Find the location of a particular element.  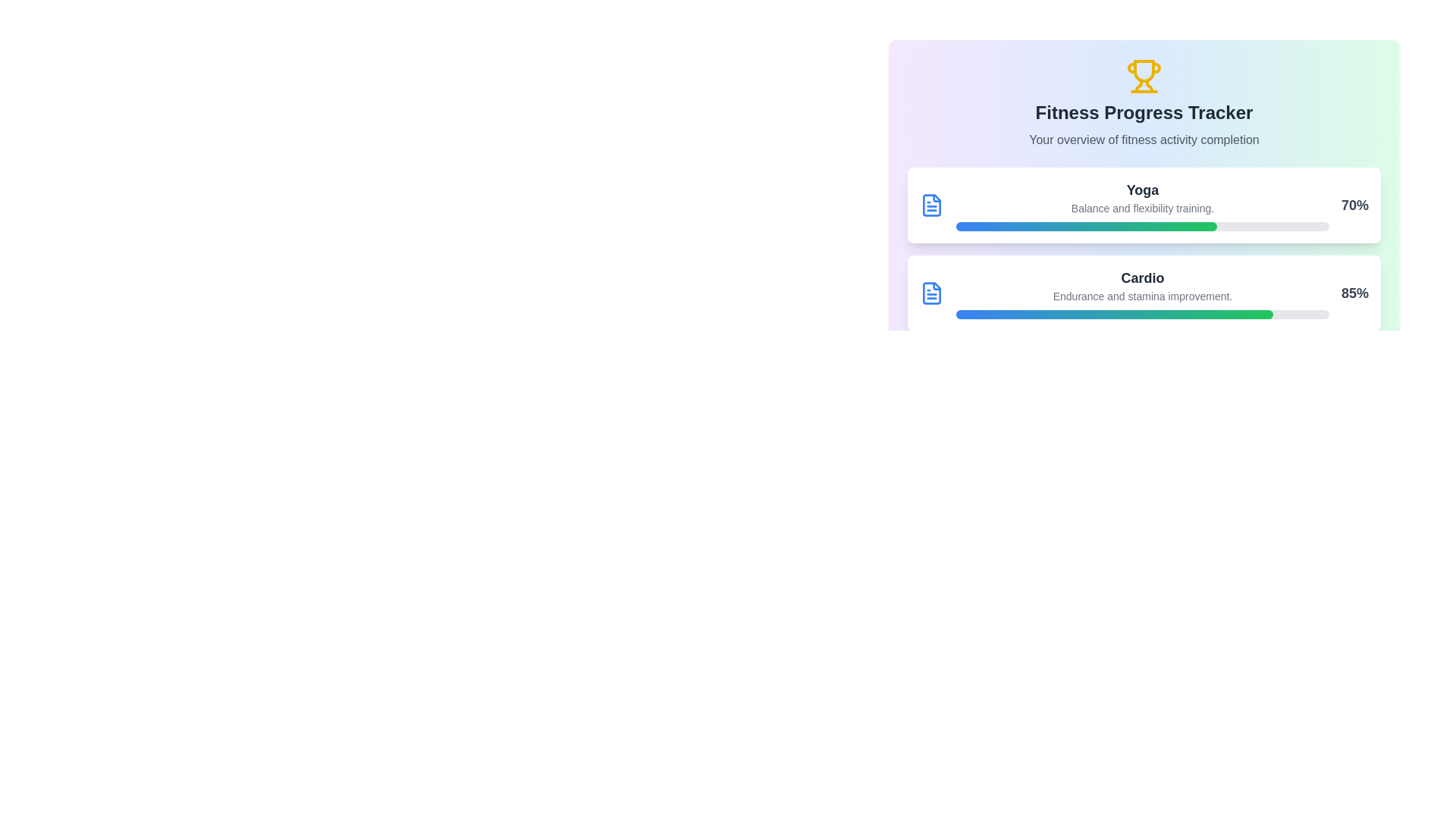

the Text label that serves as the title for the Yoga section, located centrally in the right section of the interface above the description 'Balance and flexibility training.' is located at coordinates (1143, 189).